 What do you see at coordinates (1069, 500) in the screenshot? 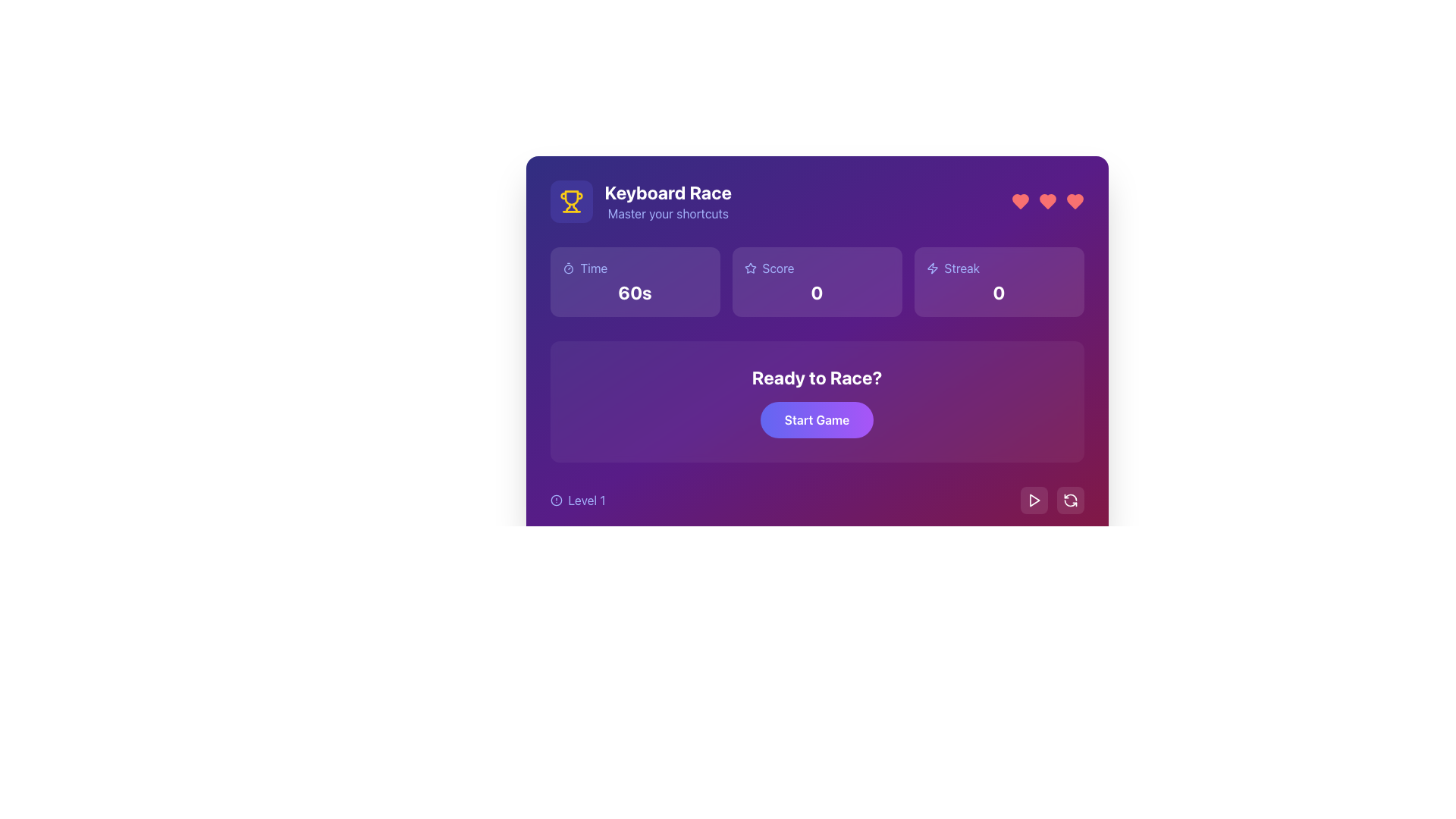
I see `the circular refresh icon located at the bottom-right corner of the purple interface` at bounding box center [1069, 500].